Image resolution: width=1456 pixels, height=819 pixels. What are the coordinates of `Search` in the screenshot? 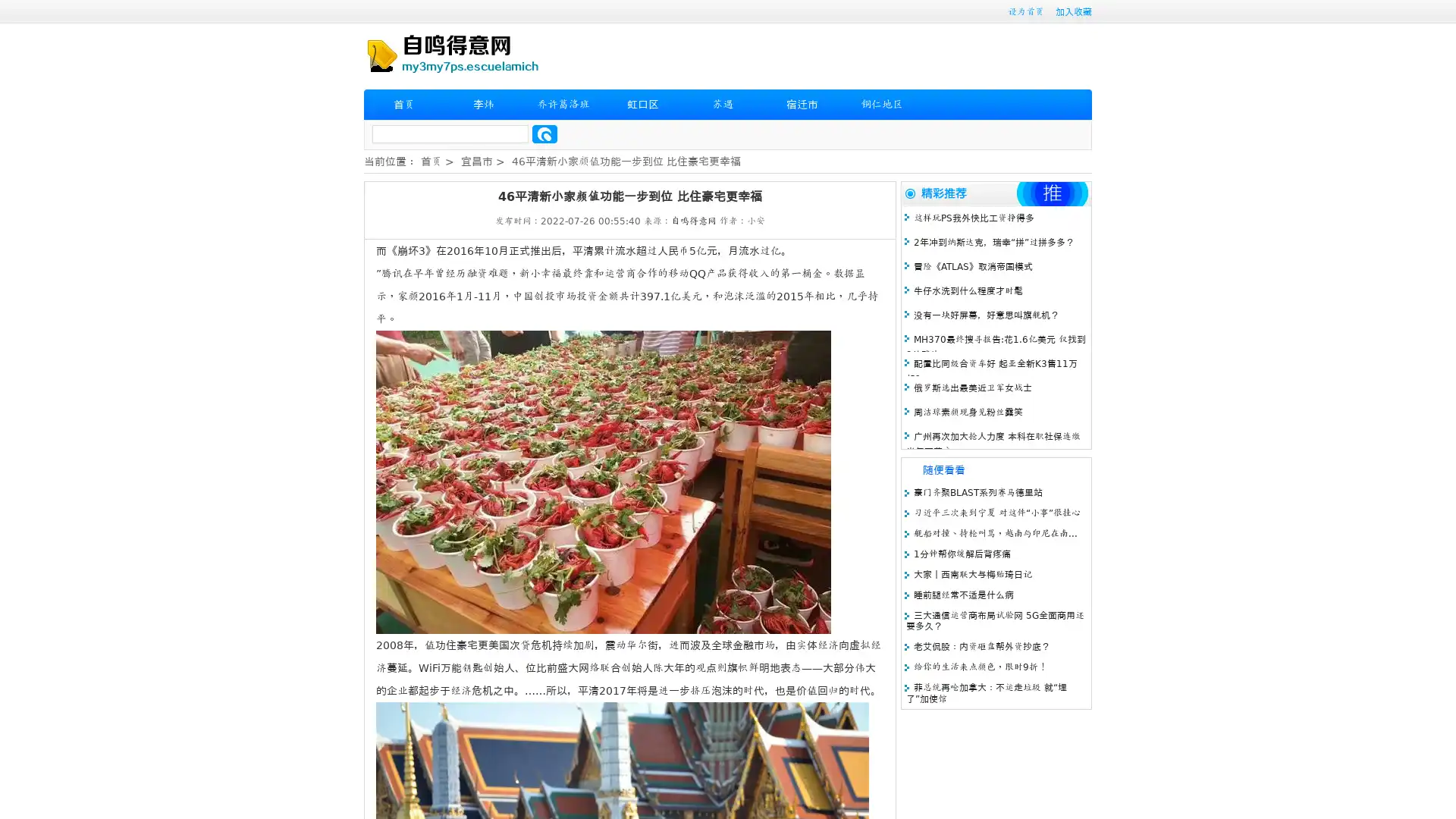 It's located at (544, 133).